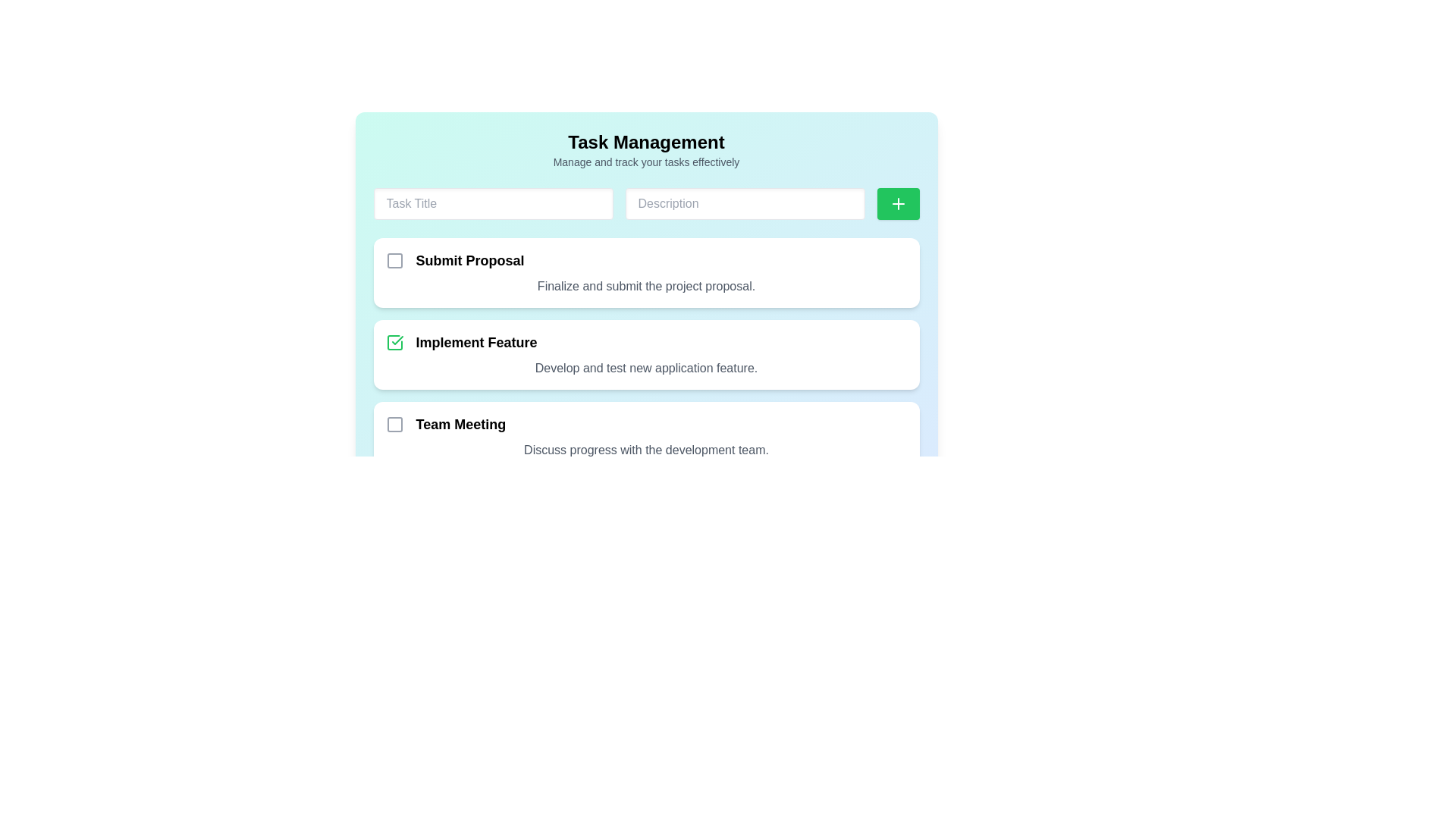 The height and width of the screenshot is (819, 1456). What do you see at coordinates (394, 342) in the screenshot?
I see `the checkbox-like interactive icon representing the task 'Implement Feature'` at bounding box center [394, 342].